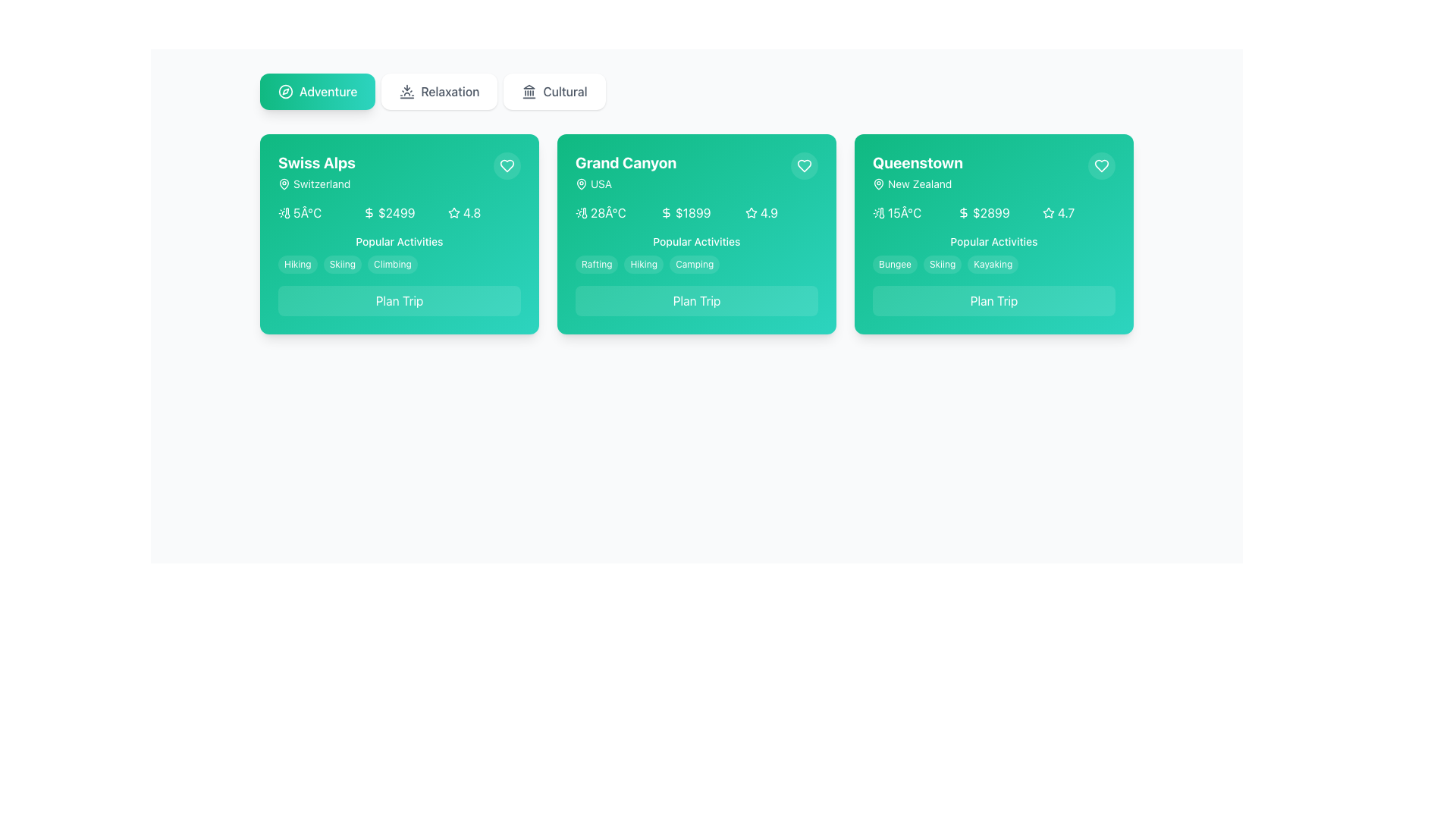 This screenshot has width=1456, height=819. What do you see at coordinates (917, 171) in the screenshot?
I see `text displayed in the text block located in the top-left corner of the third card, which presents the name and location of the featured travel destination` at bounding box center [917, 171].